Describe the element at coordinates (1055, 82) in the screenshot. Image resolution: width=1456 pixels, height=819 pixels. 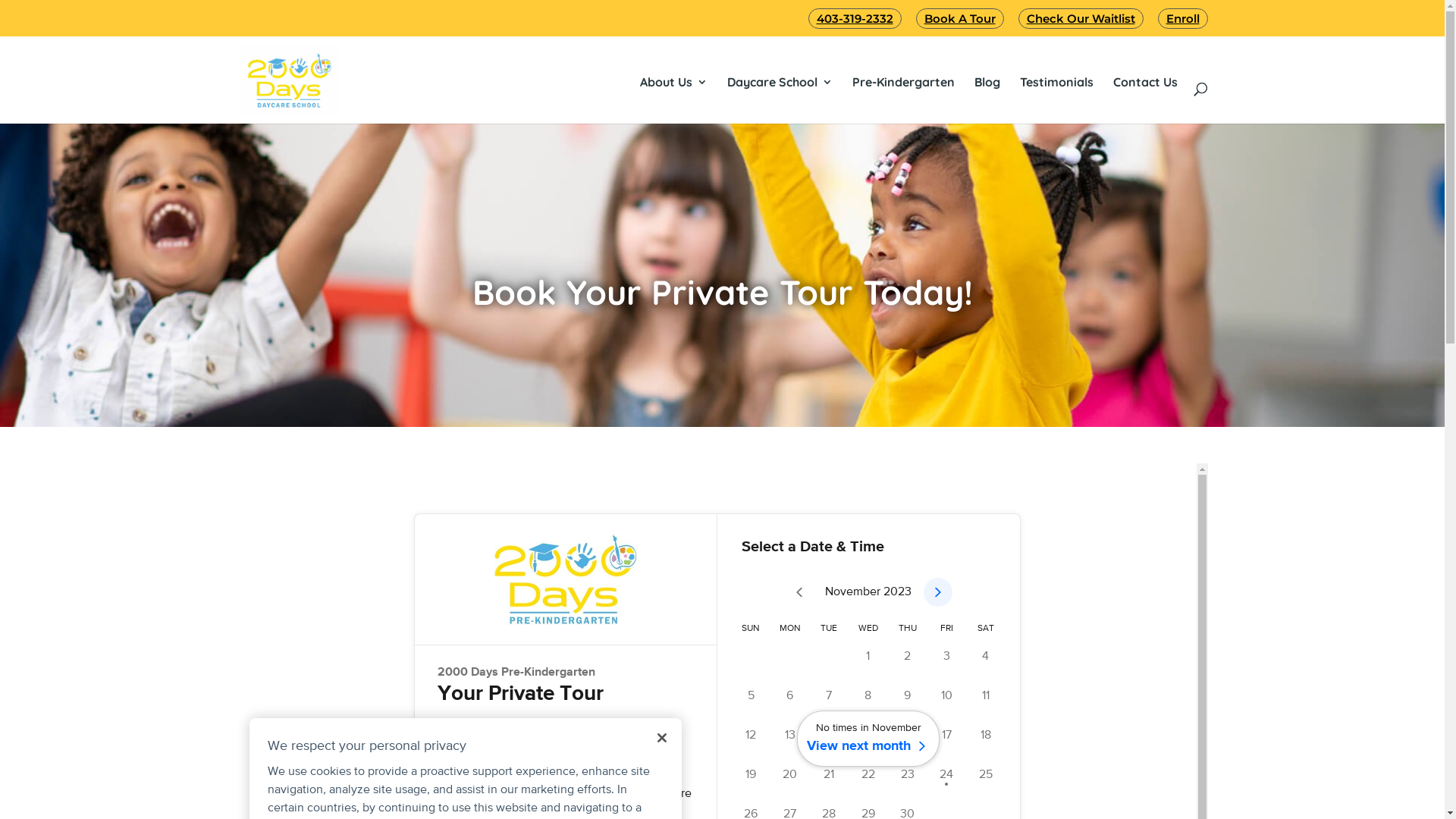
I see `'Testimonials'` at that location.